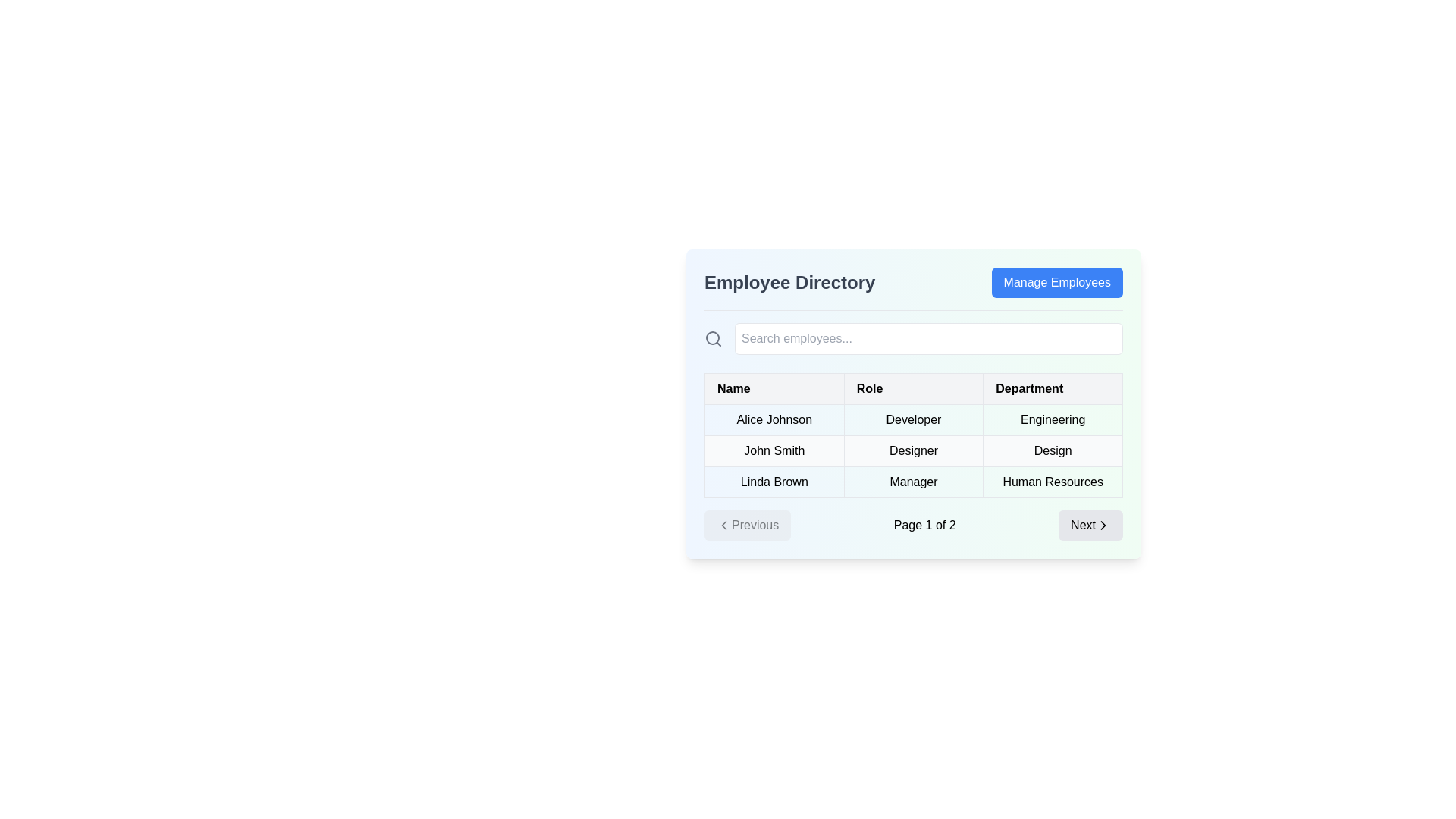 Image resolution: width=1456 pixels, height=819 pixels. I want to click on the text label indicating the purpose of the employee directory, positioned to the left of the 'Manage Employees' button, so click(789, 283).